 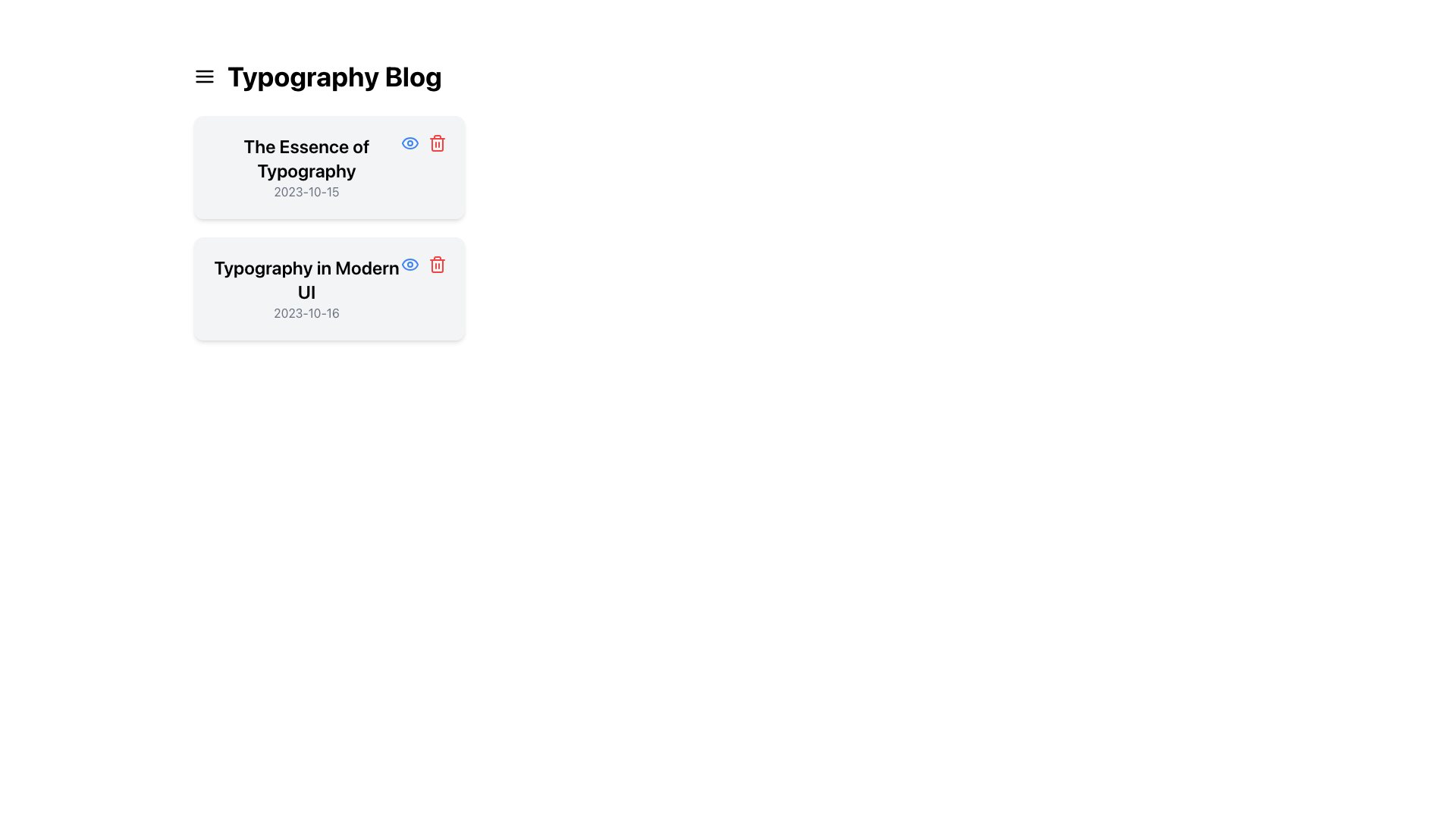 I want to click on the Header block containing the text 'The Essence of Typography' and the date '2023-10-15', which is styled prominently and is the first item in a vertical list of cards, so click(x=328, y=167).